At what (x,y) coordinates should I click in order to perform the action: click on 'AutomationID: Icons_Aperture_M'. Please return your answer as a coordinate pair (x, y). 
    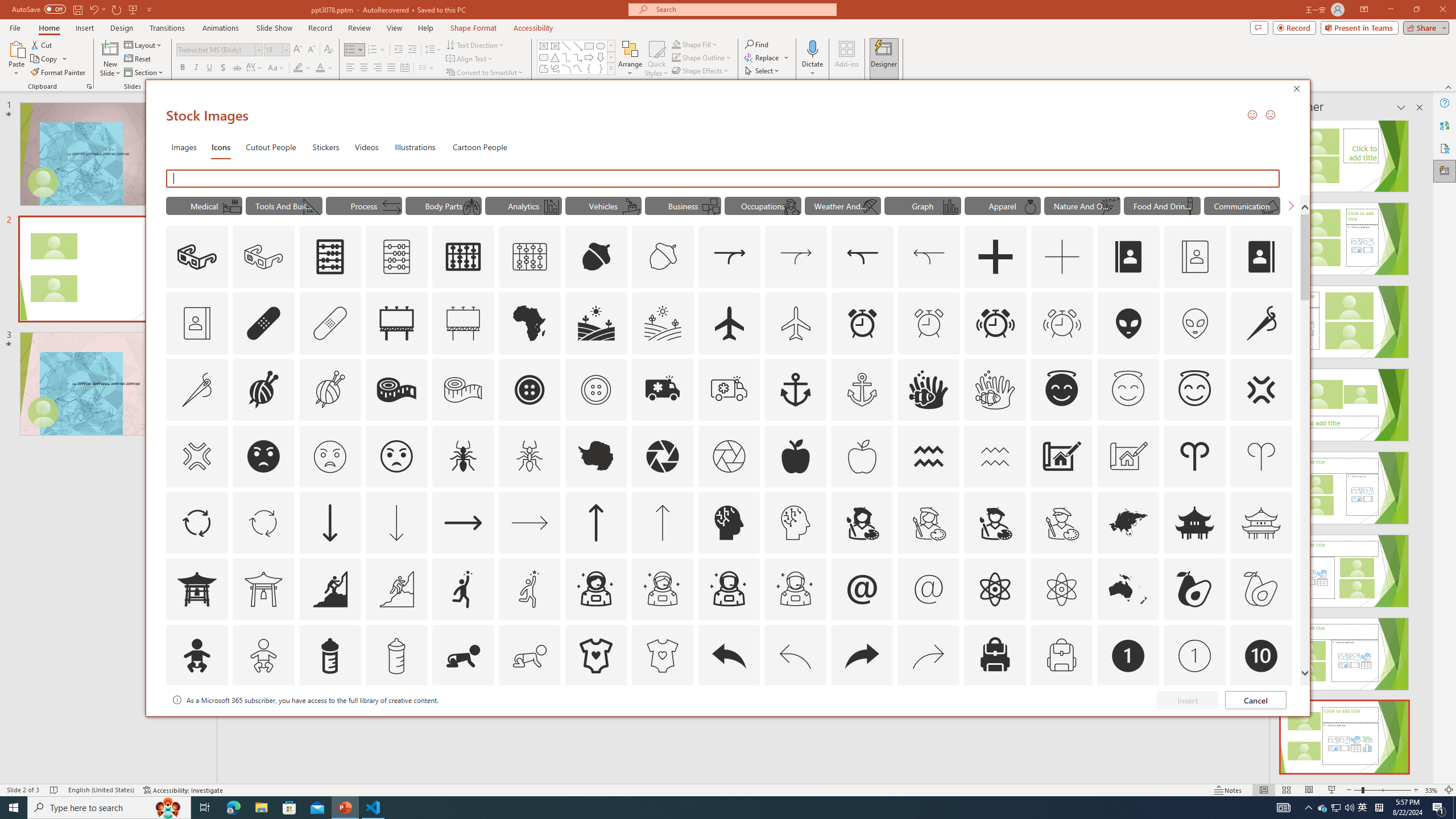
    Looking at the image, I should click on (729, 456).